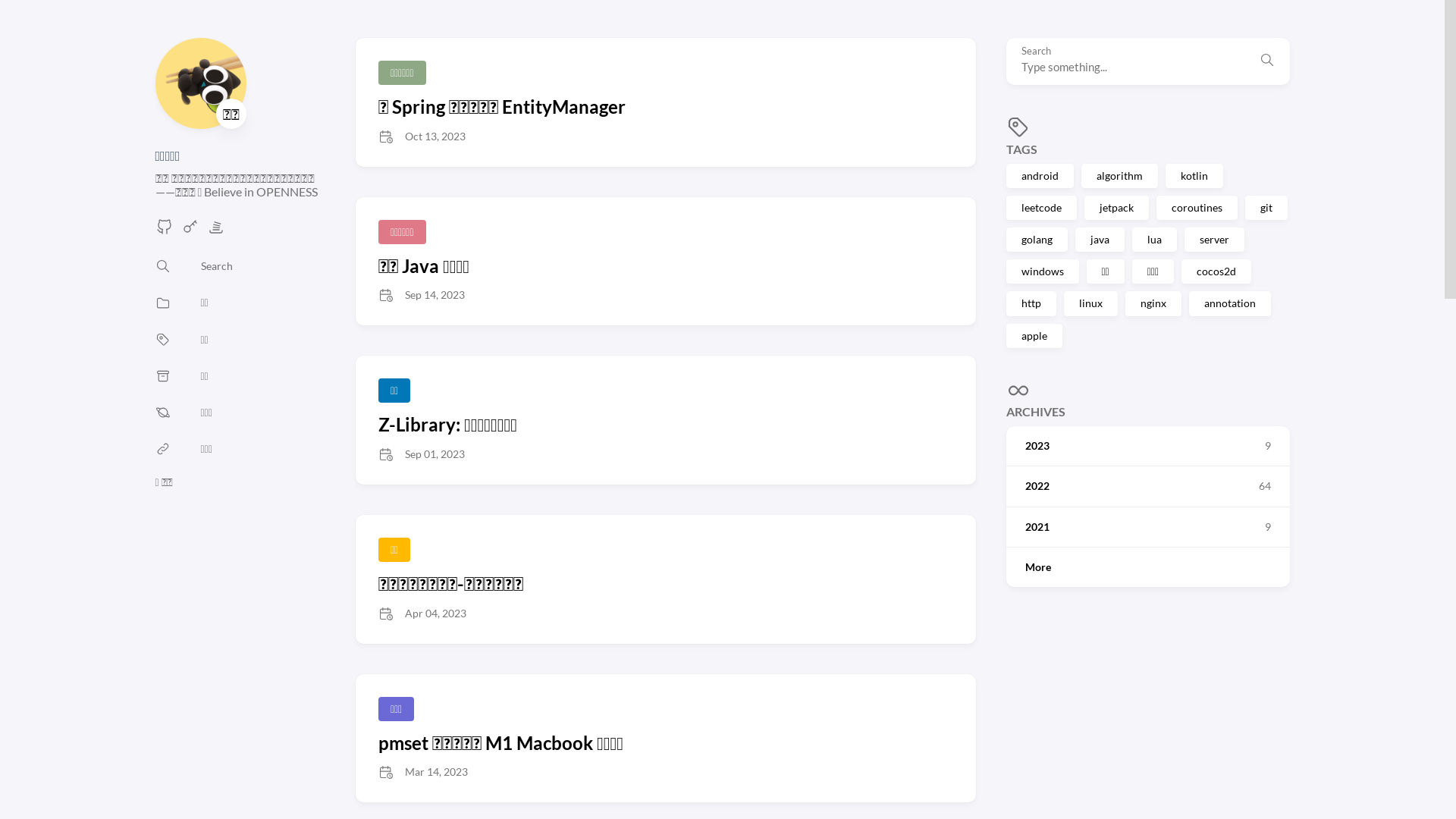  I want to click on 'algorithm', so click(1119, 174).